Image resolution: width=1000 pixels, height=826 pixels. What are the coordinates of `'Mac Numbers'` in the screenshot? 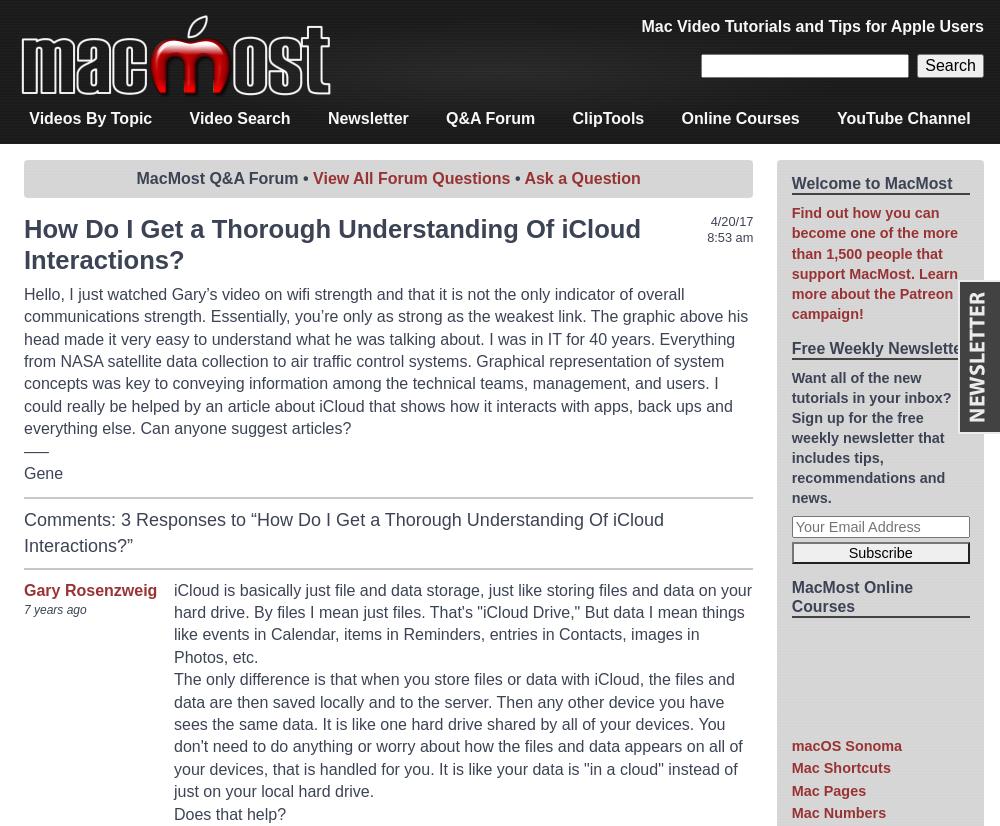 It's located at (837, 811).